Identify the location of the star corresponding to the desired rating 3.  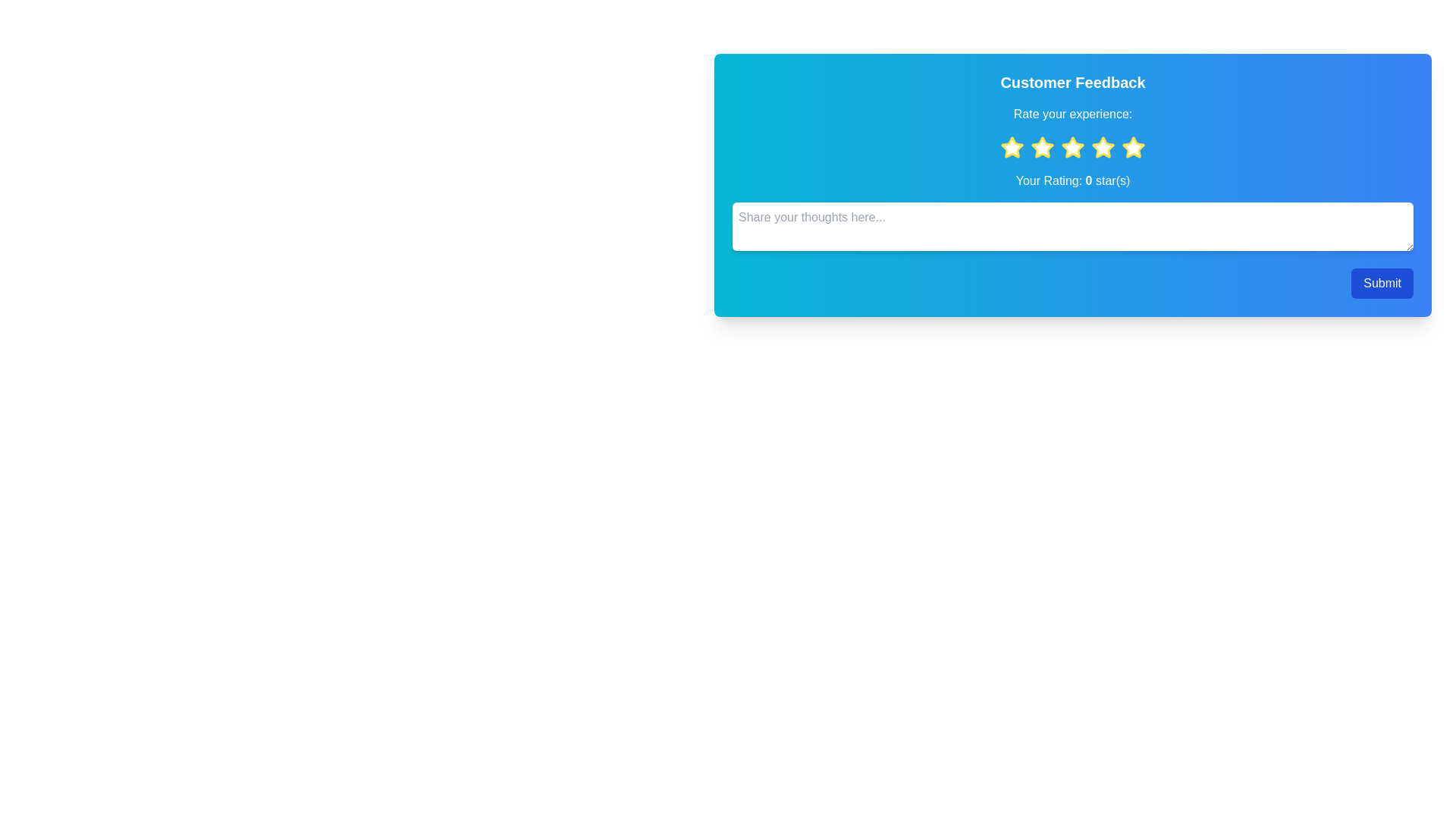
(1072, 148).